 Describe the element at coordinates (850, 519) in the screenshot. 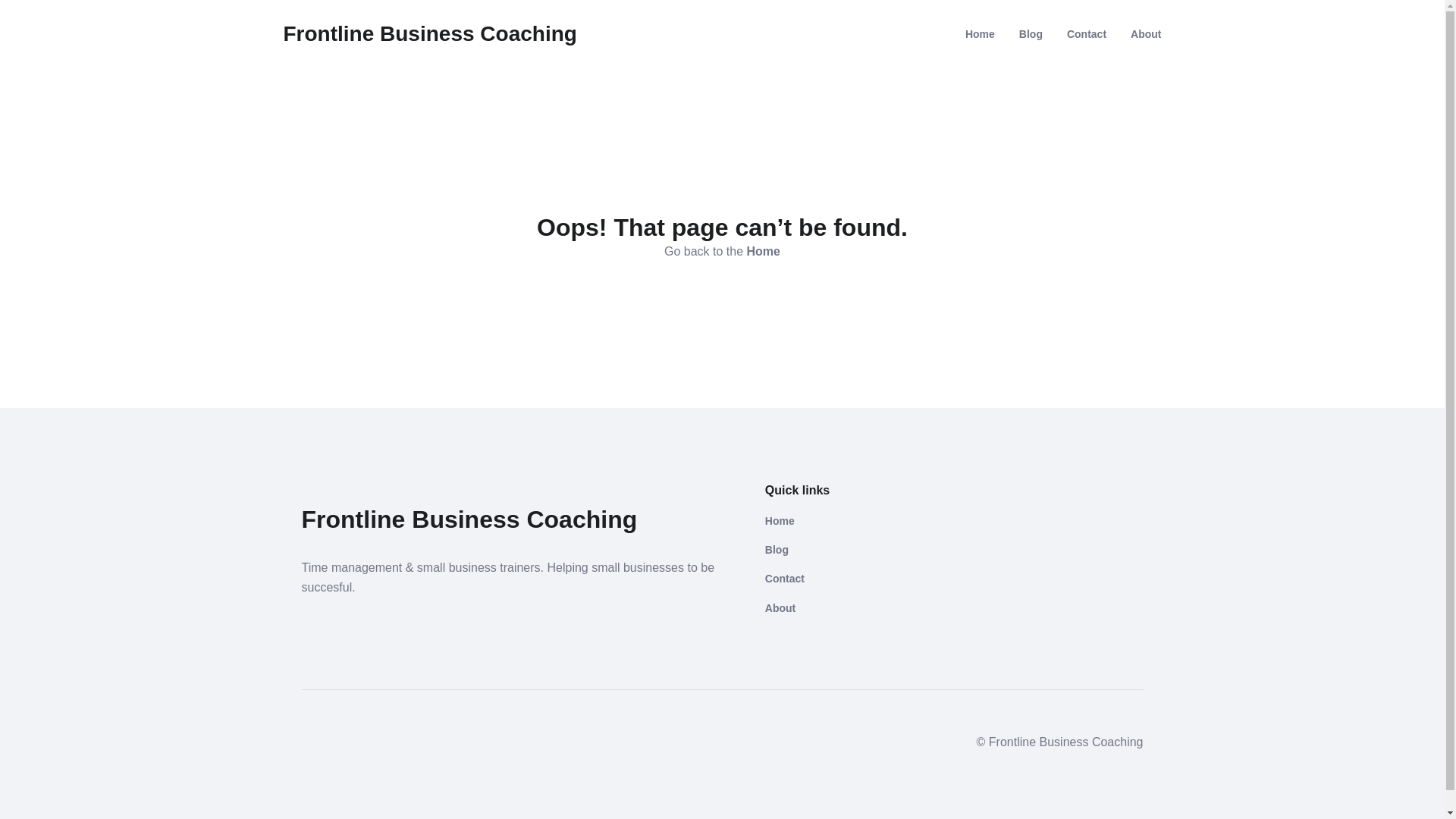

I see `'Home'` at that location.